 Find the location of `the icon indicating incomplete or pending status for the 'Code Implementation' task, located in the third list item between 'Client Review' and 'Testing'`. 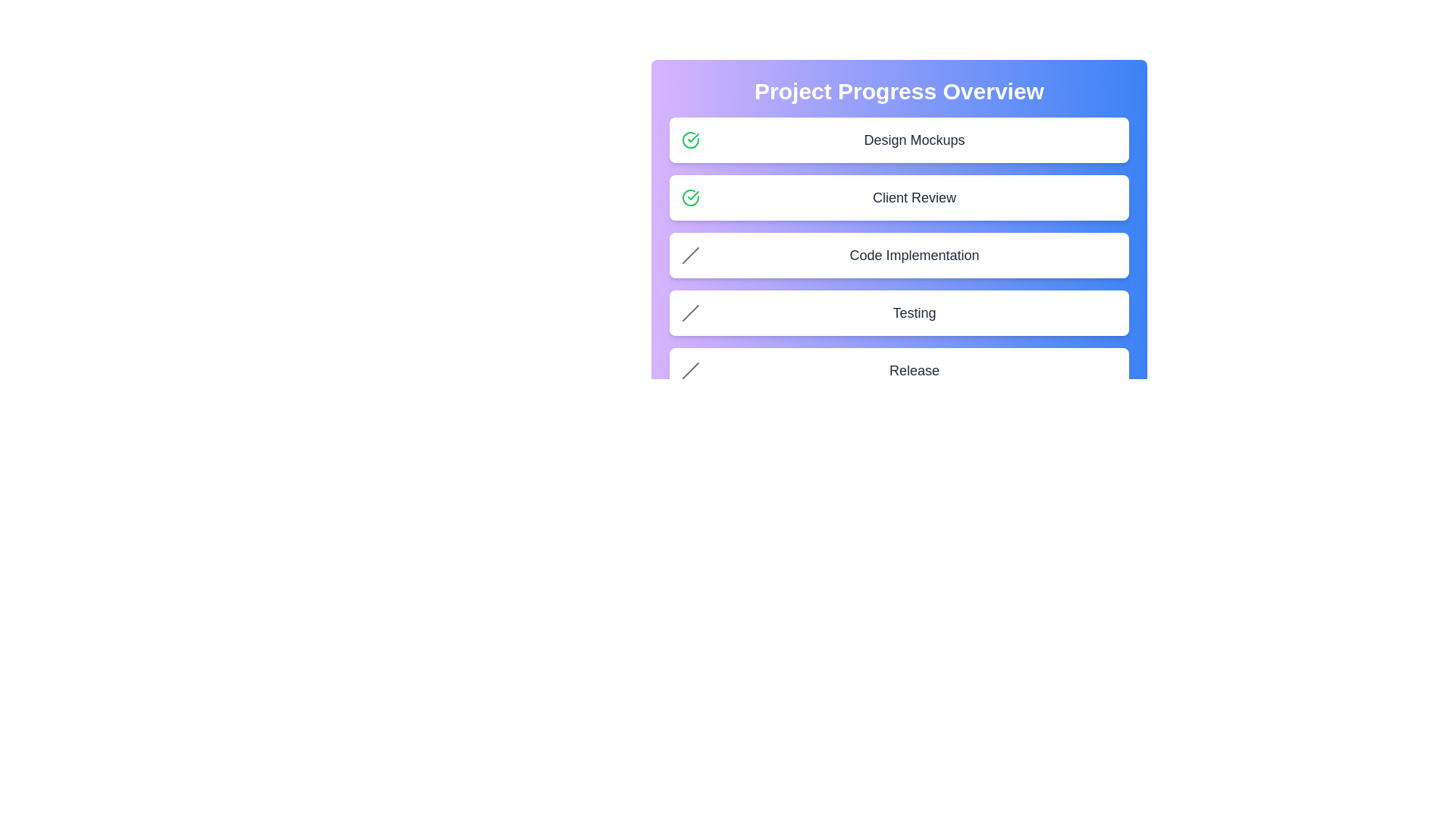

the icon indicating incomplete or pending status for the 'Code Implementation' task, located in the third list item between 'Client Review' and 'Testing' is located at coordinates (690, 254).